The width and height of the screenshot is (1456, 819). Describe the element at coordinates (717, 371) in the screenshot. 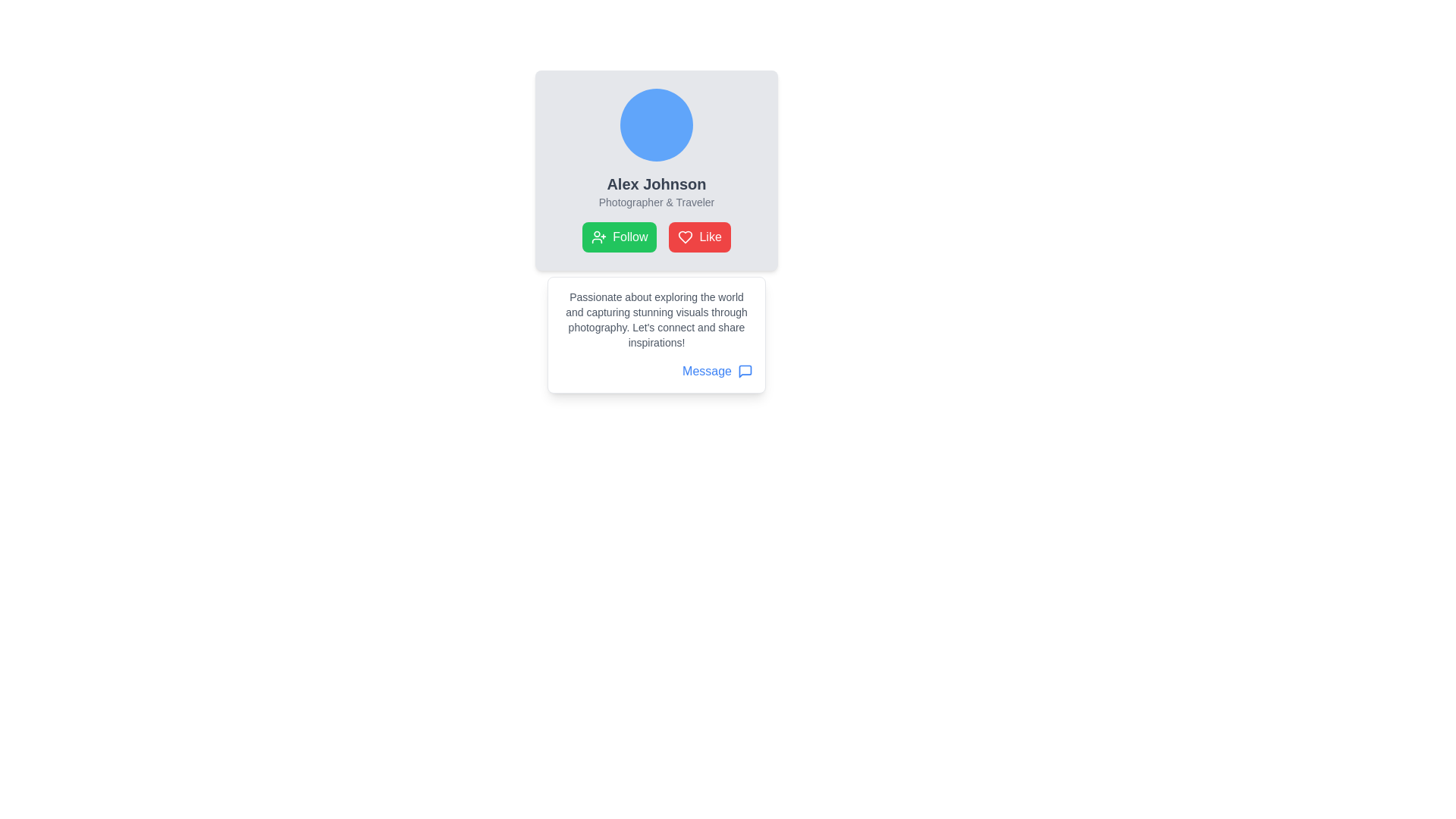

I see `the 'Message' button with a speech bubble icon located at the bottom-right of the card structure` at that location.